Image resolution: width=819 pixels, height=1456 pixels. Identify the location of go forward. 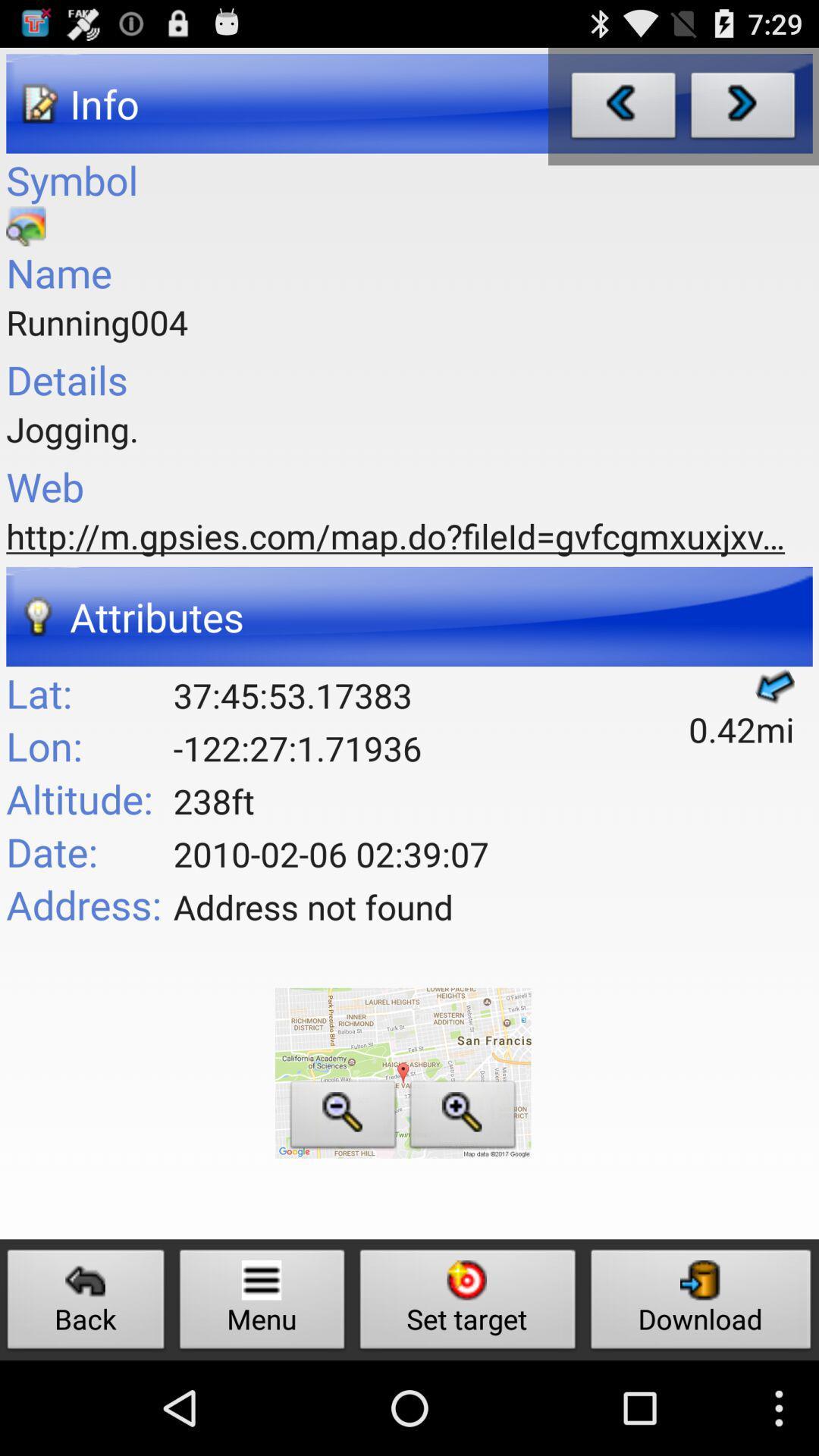
(742, 108).